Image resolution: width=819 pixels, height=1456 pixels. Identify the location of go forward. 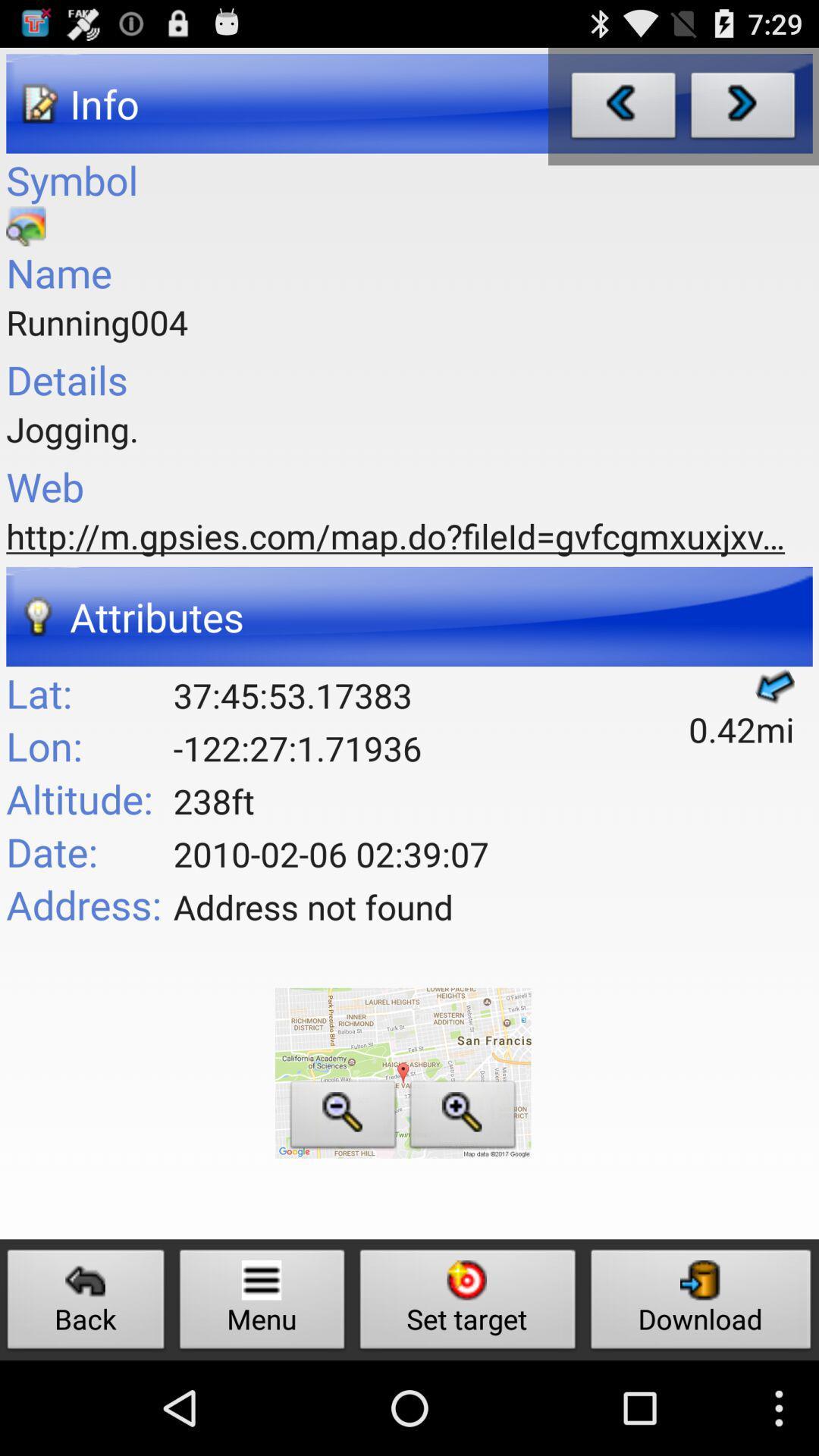
(742, 108).